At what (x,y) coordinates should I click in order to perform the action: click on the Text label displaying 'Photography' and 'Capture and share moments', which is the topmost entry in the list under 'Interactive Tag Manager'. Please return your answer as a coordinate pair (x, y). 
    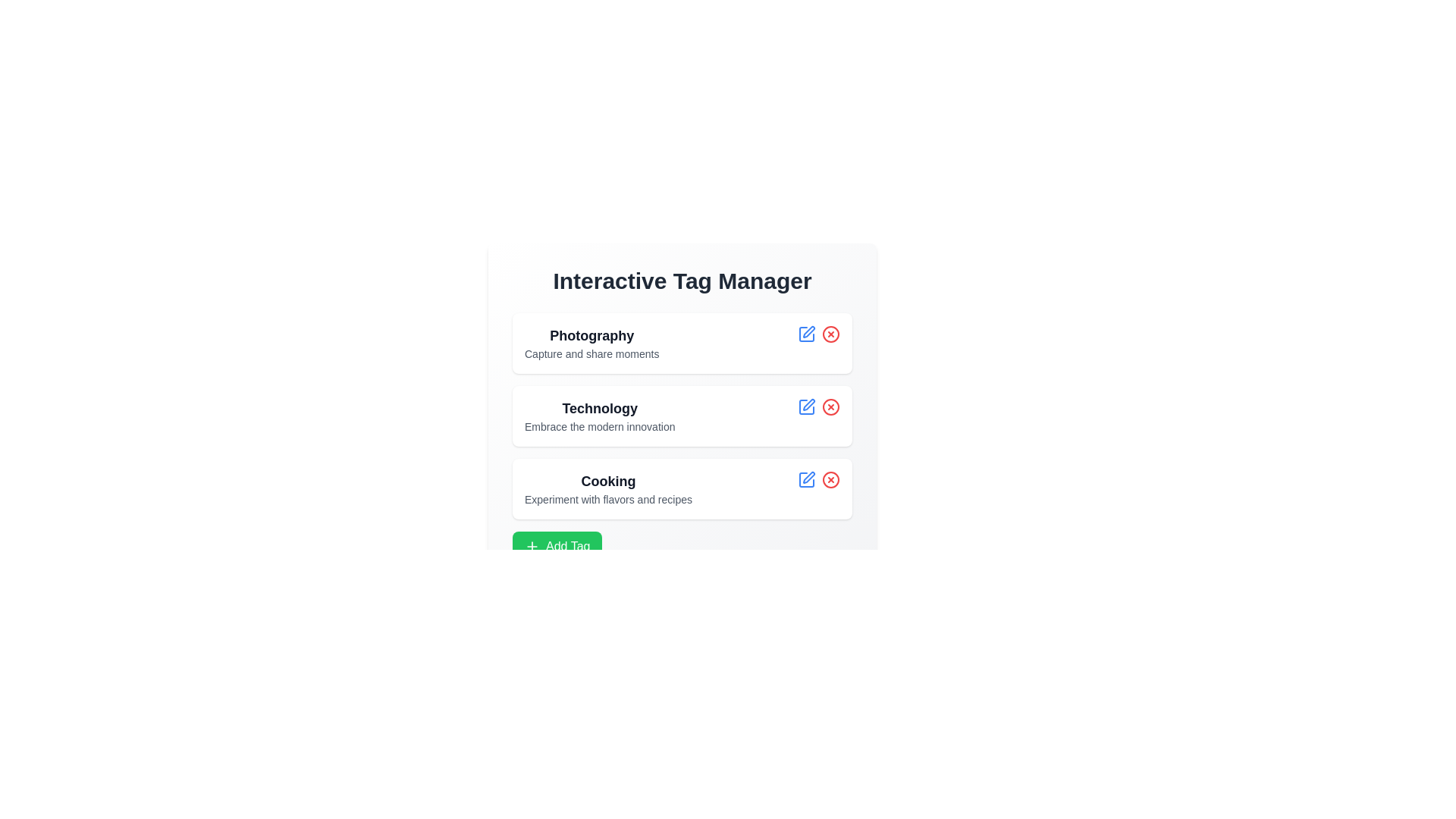
    Looking at the image, I should click on (591, 343).